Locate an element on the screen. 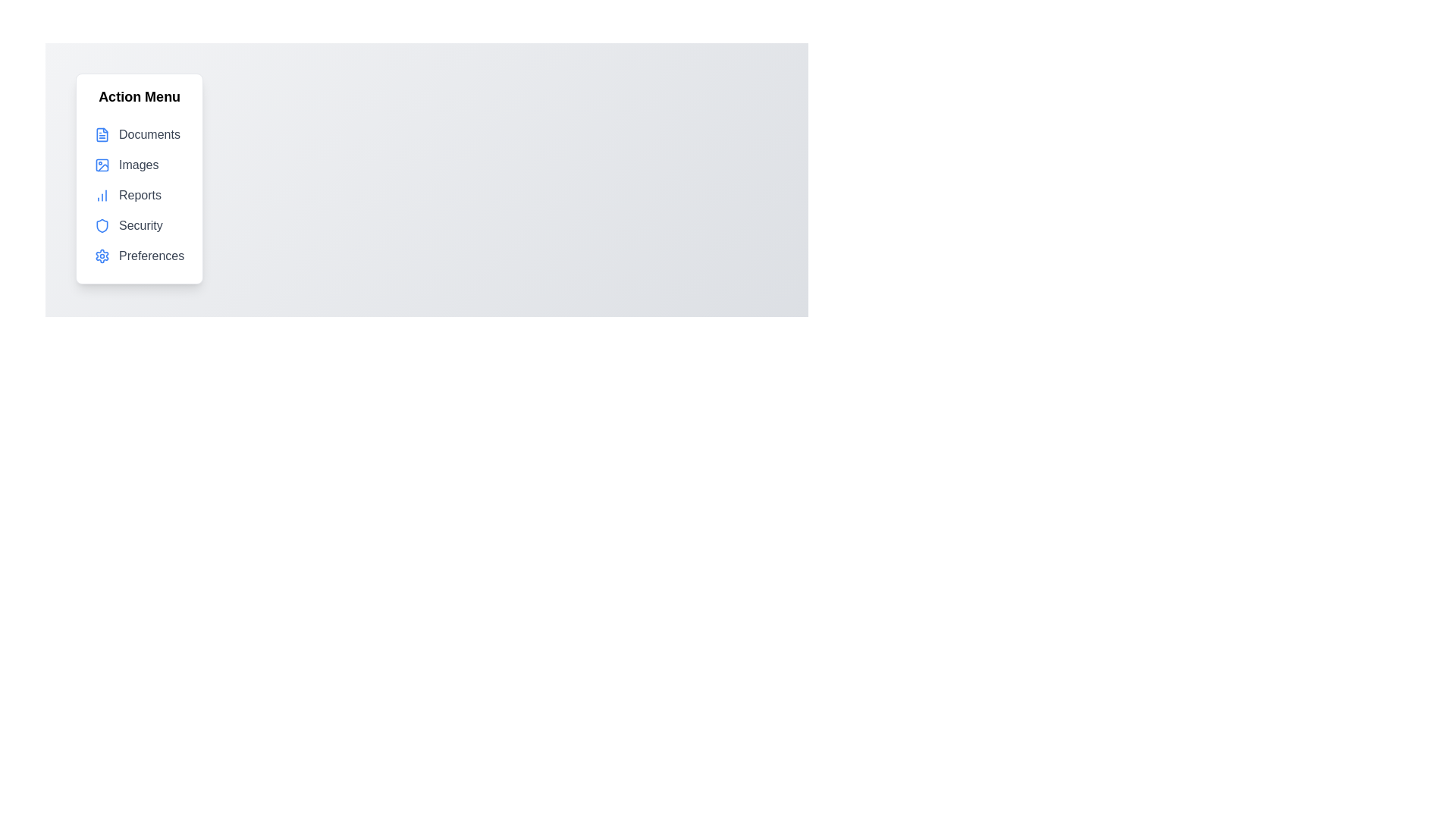  the icon corresponding to Security in the action menu is located at coordinates (101, 225).